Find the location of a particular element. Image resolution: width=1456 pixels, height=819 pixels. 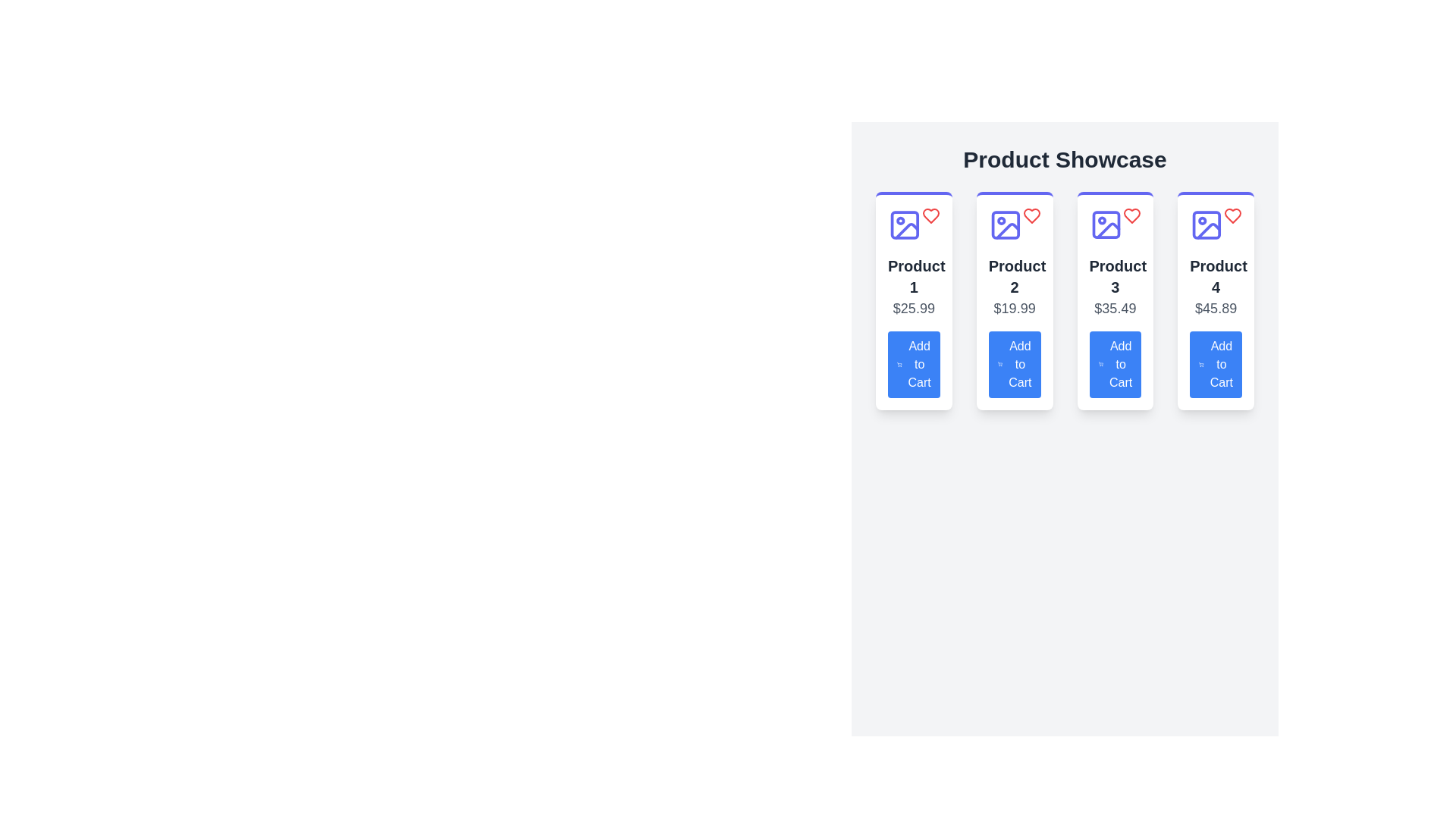

the text label displaying 'Product 3', which is styled with a bold font and located at the top of the third product card is located at coordinates (1115, 277).